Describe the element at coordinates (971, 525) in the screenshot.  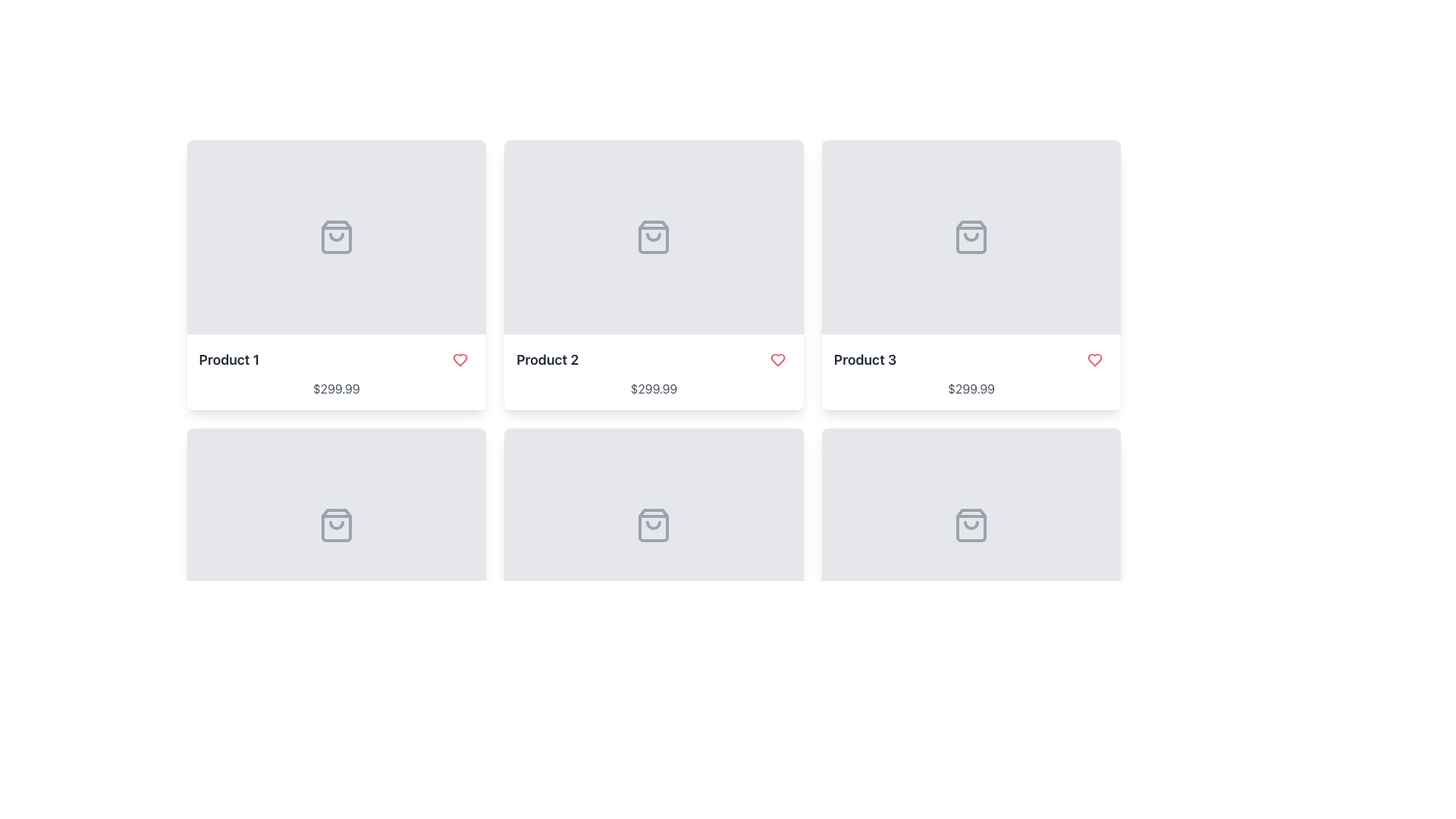
I see `the gray shopping bag icon, which is the main body of the composite shopping bag SVG graphic located in the bottom-right cell of the grid layout` at that location.